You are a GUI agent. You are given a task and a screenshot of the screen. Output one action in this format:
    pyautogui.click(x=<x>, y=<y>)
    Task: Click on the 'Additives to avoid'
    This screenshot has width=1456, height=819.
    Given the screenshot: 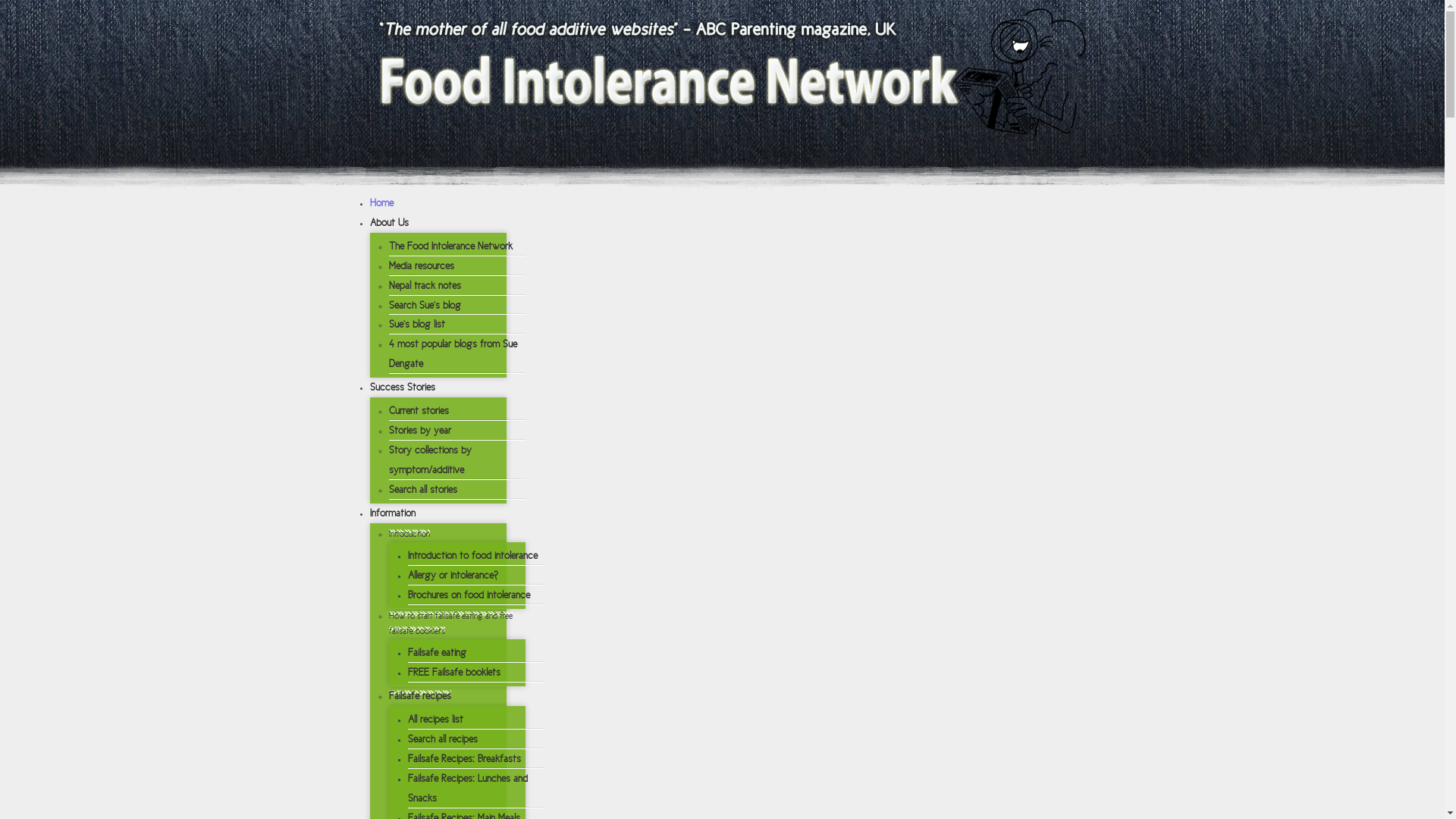 What is the action you would take?
    pyautogui.click(x=435, y=660)
    